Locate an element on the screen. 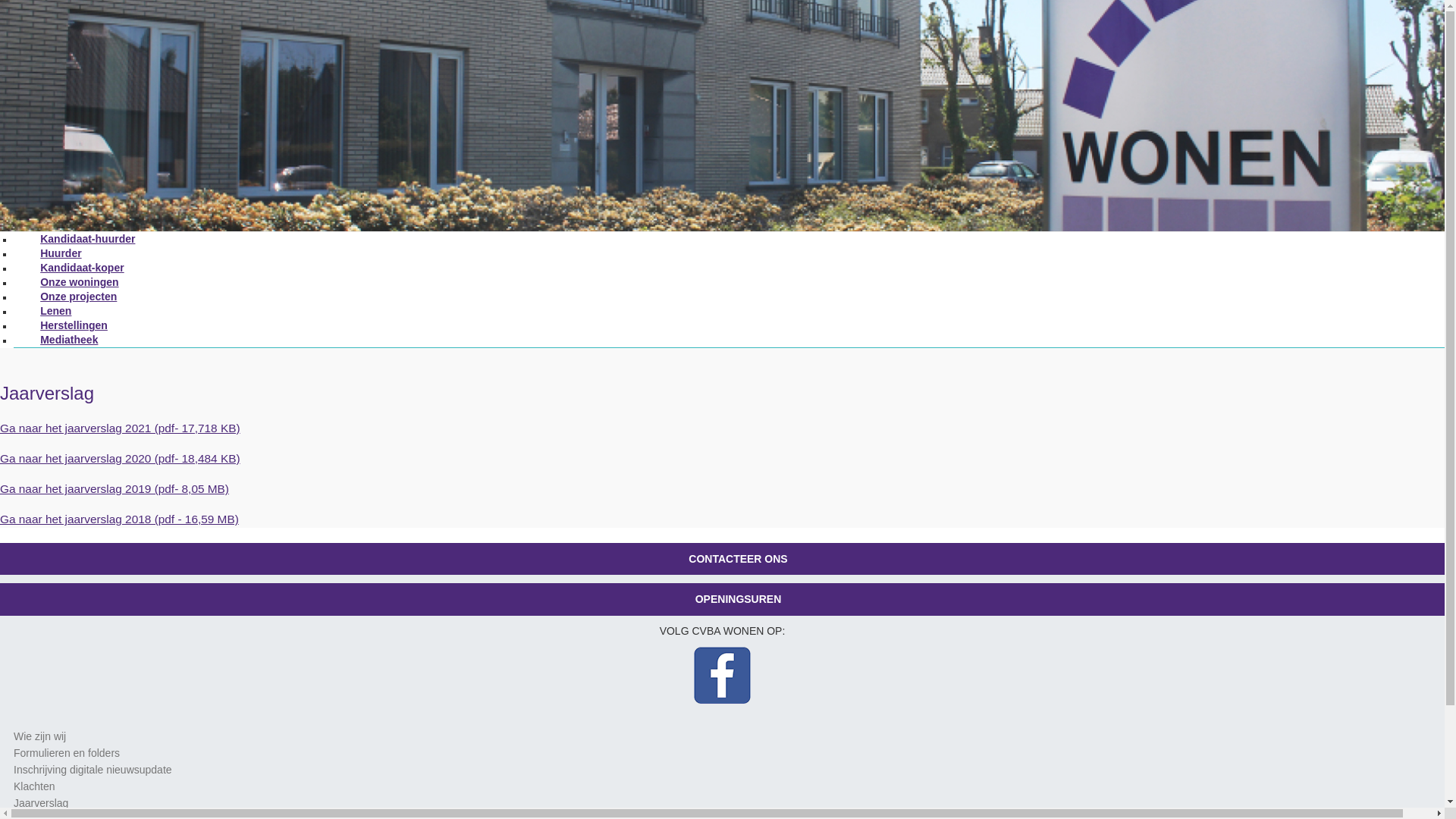 This screenshot has width=1456, height=819. 'Huurder' is located at coordinates (61, 253).